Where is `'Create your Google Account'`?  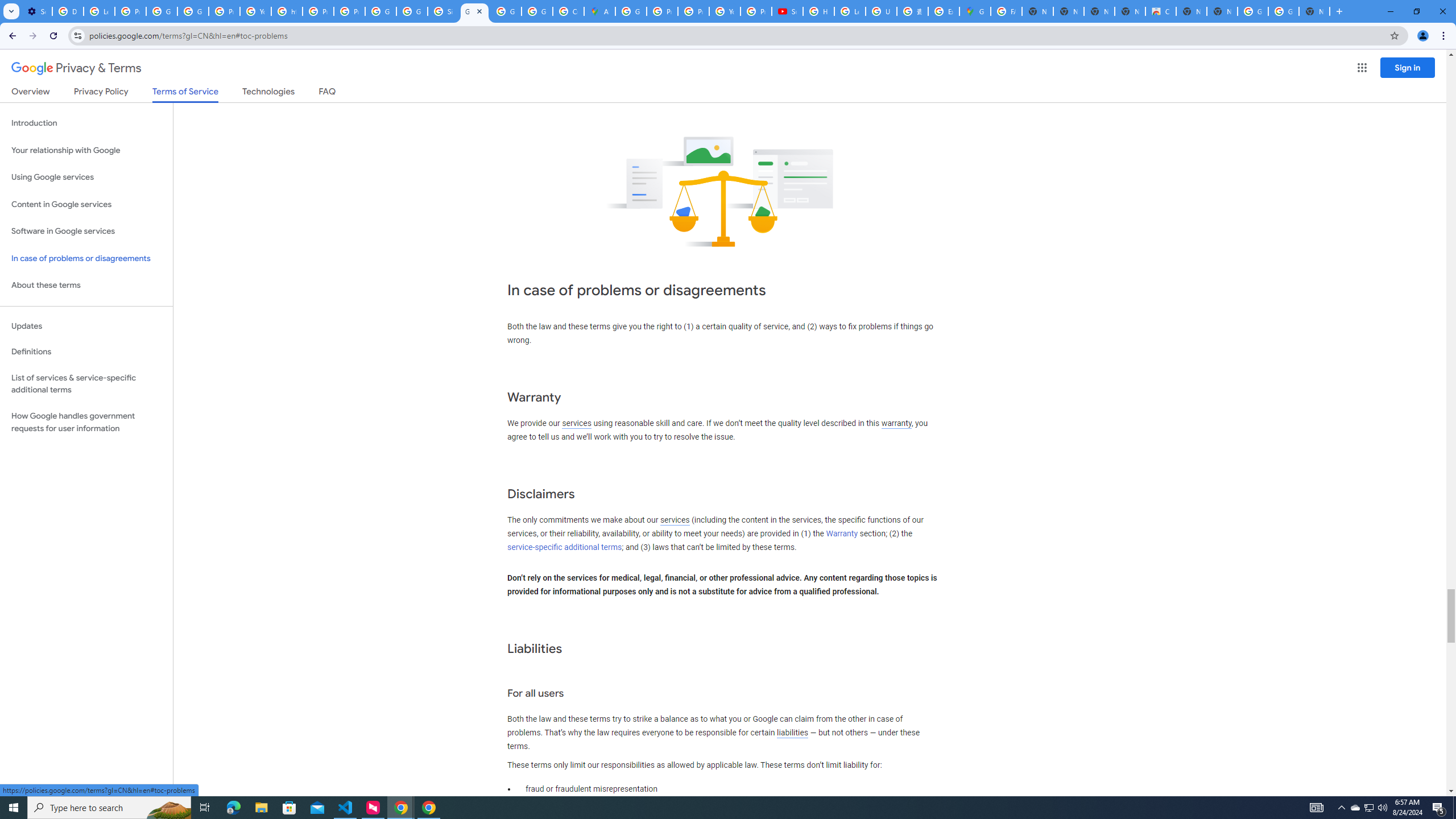
'Create your Google Account' is located at coordinates (568, 11).